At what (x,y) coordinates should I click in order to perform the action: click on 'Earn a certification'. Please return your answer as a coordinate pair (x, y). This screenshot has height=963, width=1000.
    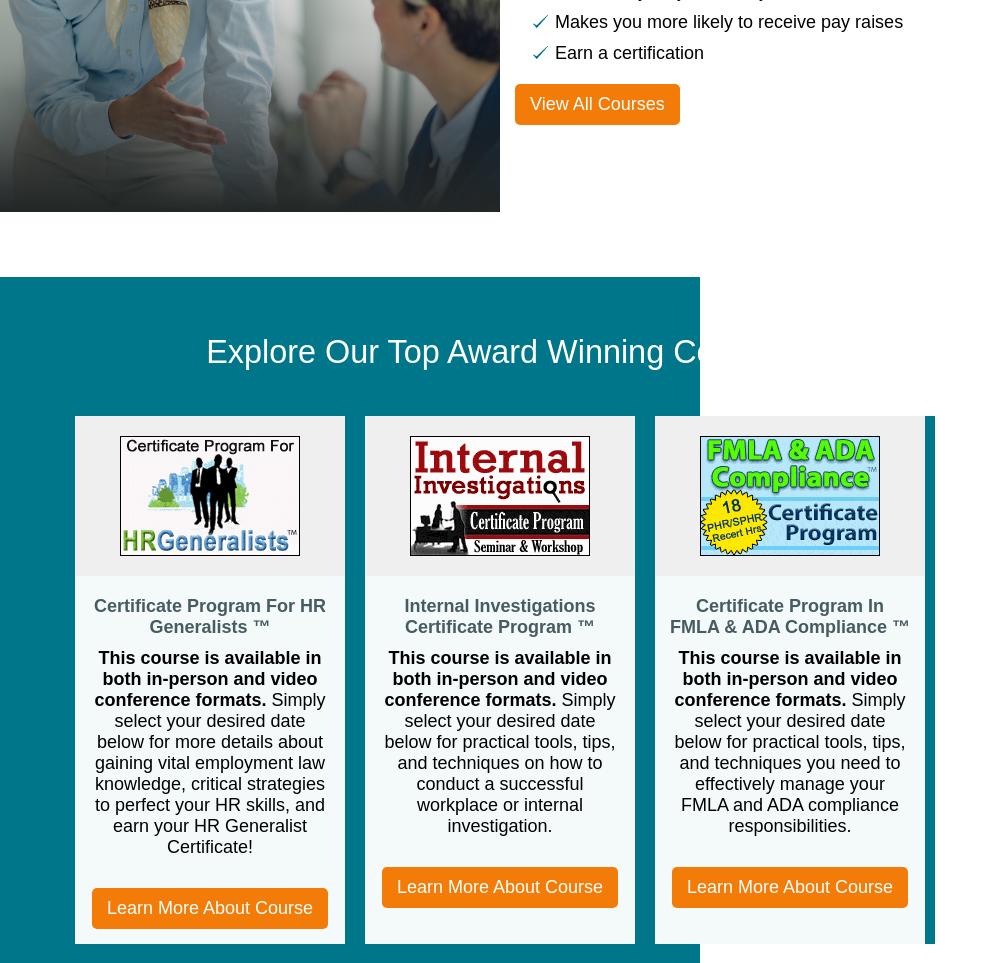
    Looking at the image, I should click on (629, 52).